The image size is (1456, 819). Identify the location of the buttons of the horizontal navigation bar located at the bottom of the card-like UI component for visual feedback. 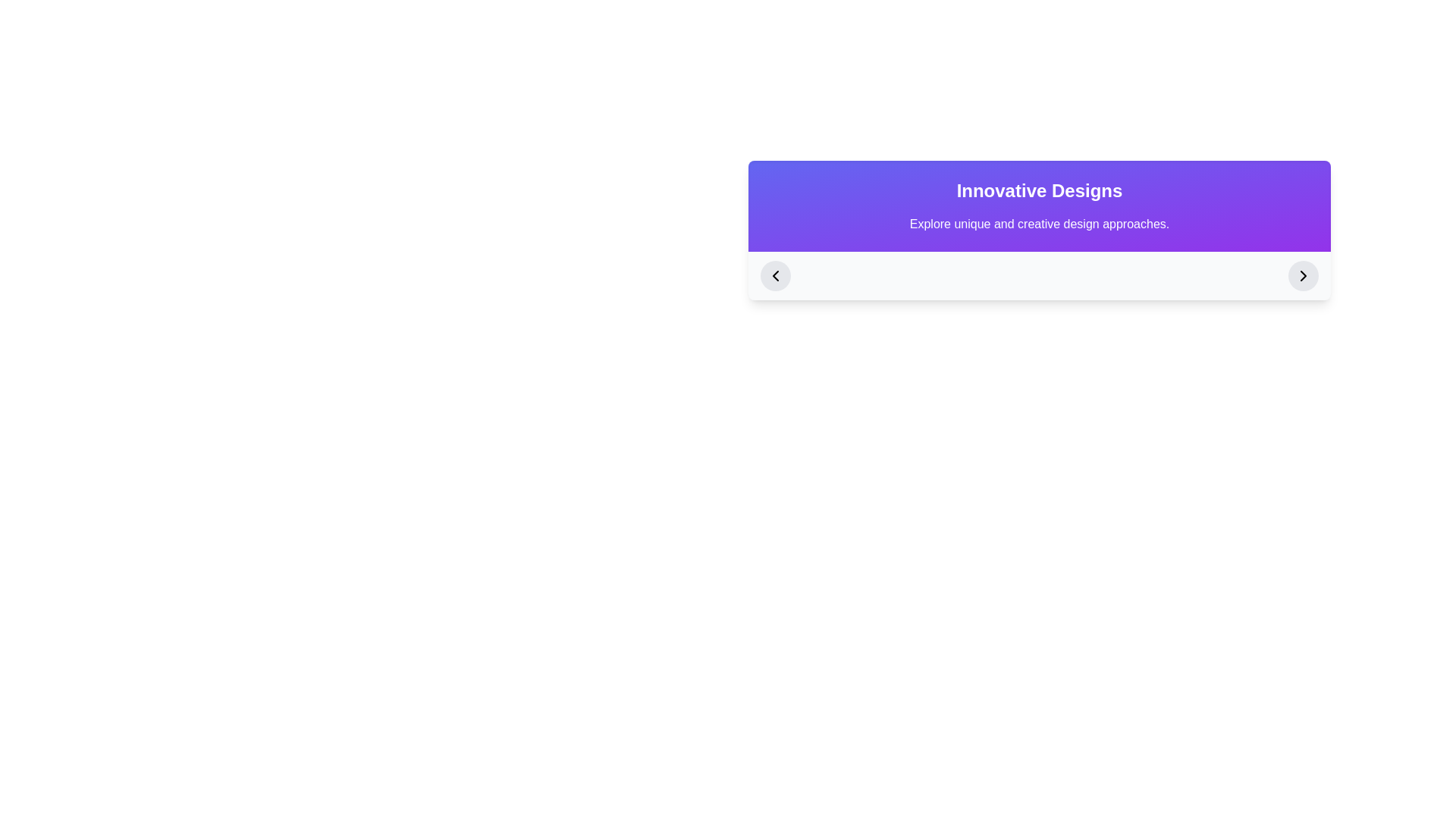
(1039, 275).